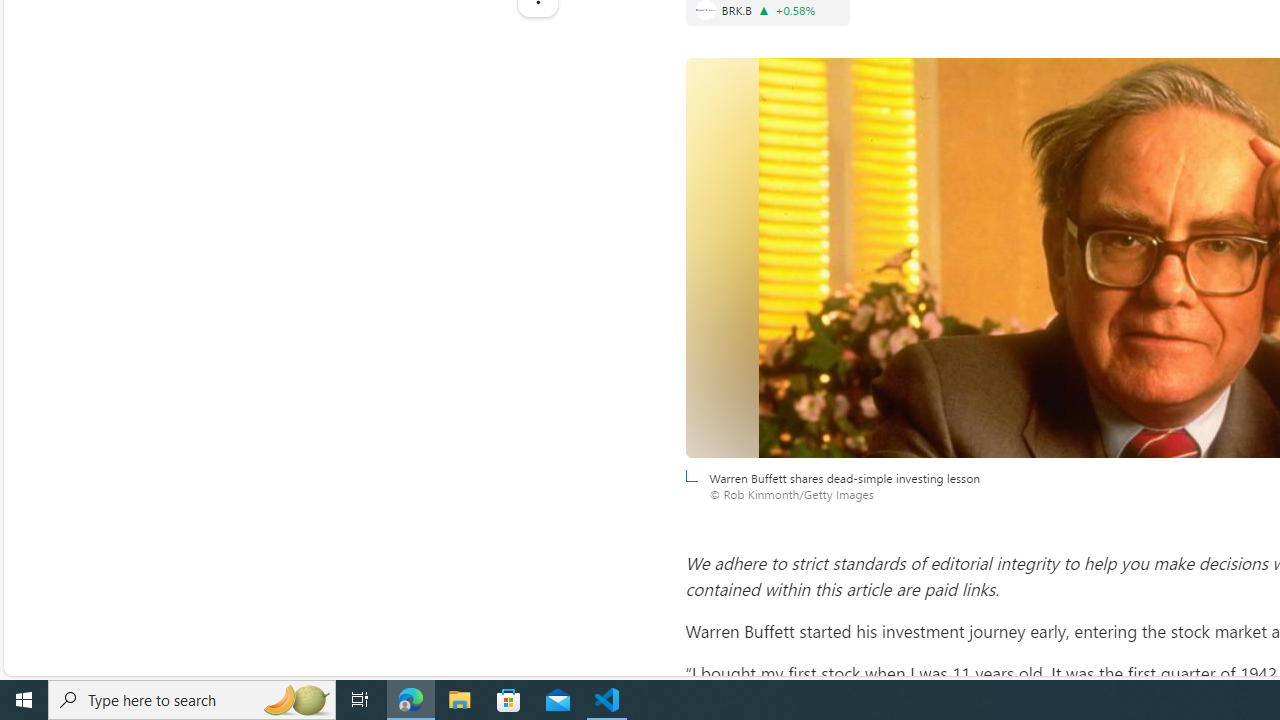 Image resolution: width=1280 pixels, height=720 pixels. I want to click on 'BERKSHIRE HATHAWAY INC.', so click(705, 10).